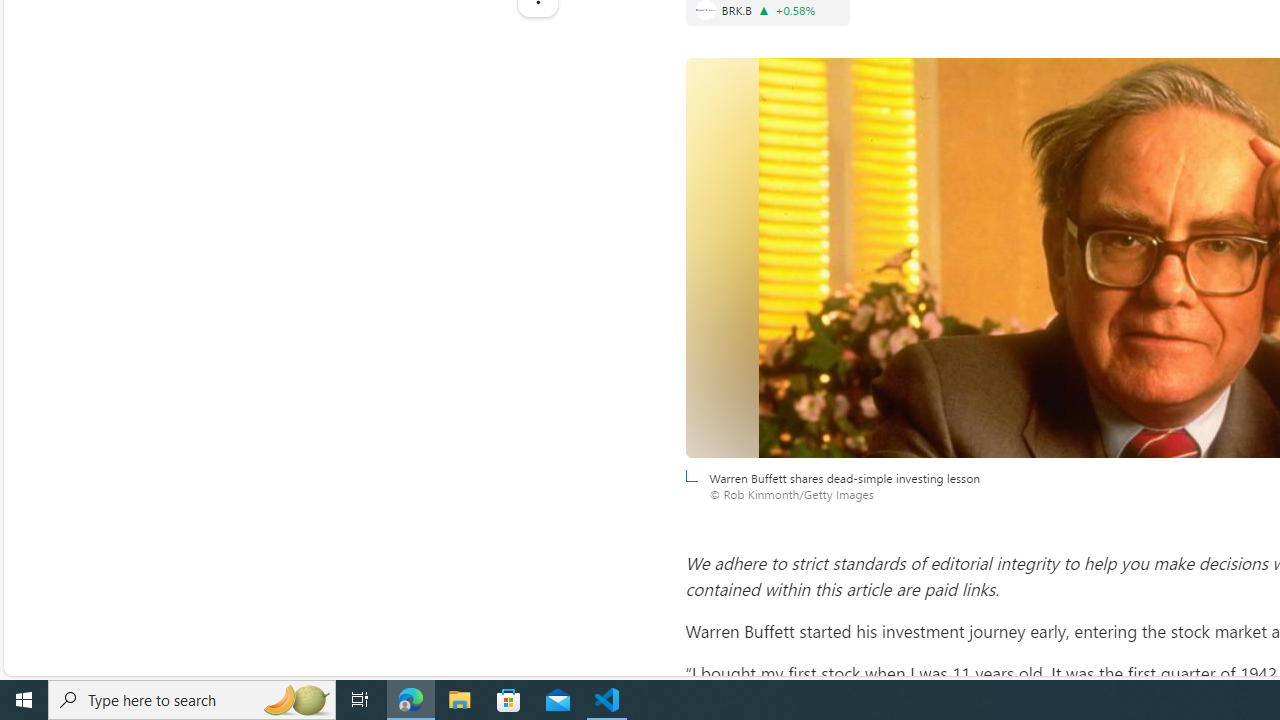 Image resolution: width=1280 pixels, height=720 pixels. I want to click on 'BERKSHIRE HATHAWAY INC.', so click(705, 10).